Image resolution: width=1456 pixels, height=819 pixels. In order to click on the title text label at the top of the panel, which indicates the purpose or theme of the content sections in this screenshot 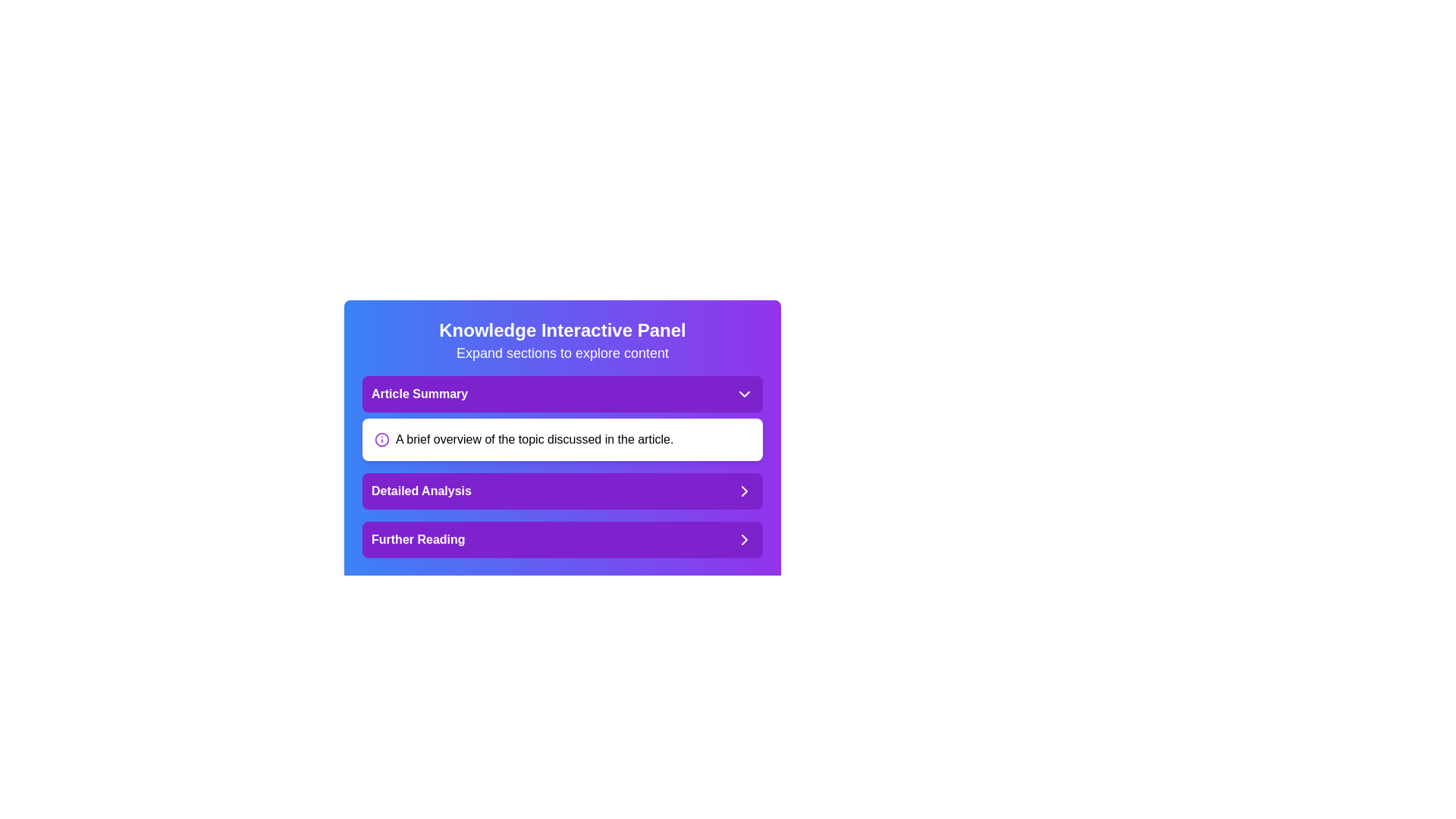, I will do `click(562, 329)`.